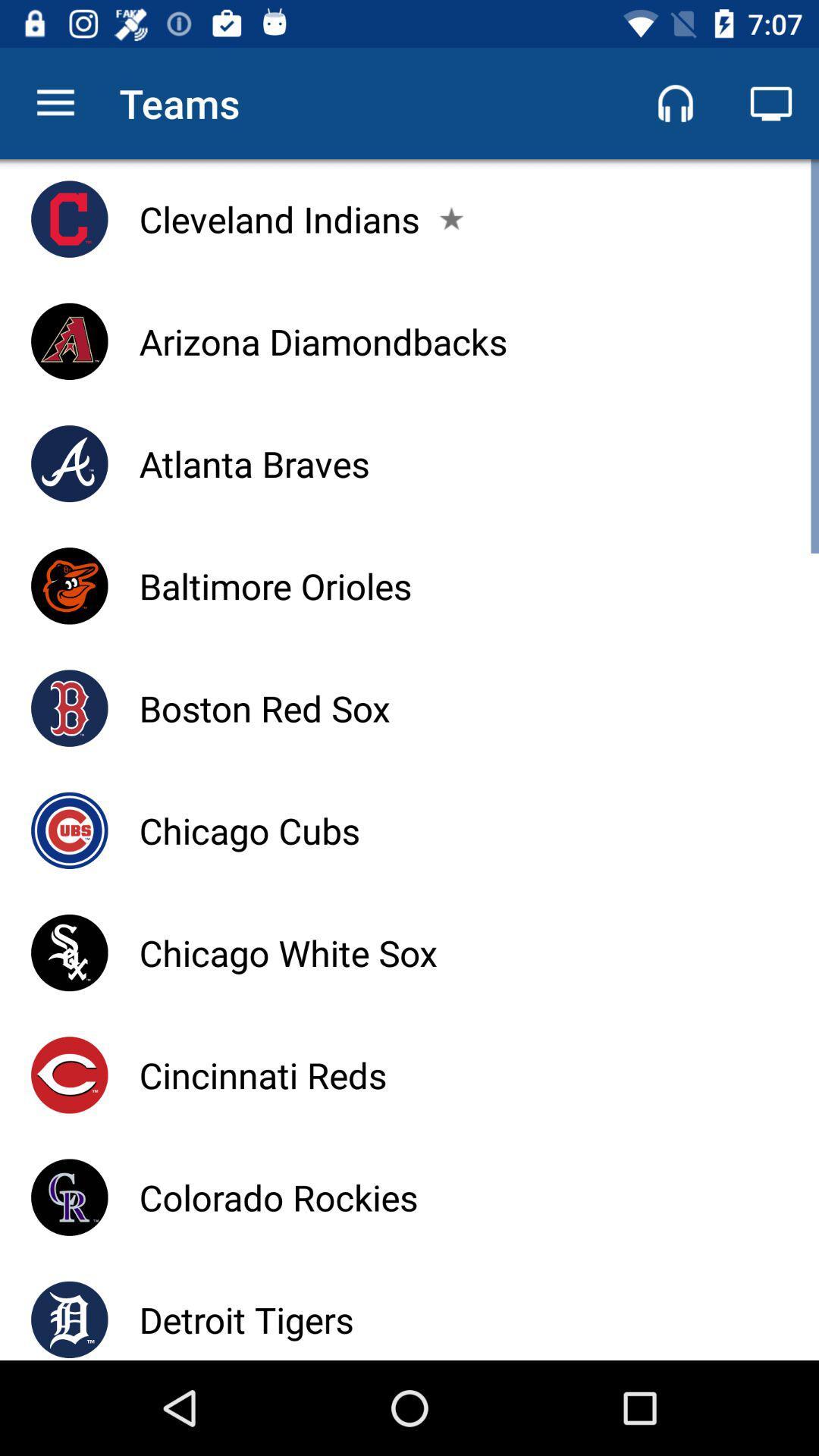  Describe the element at coordinates (249, 830) in the screenshot. I see `the icon below boston red sox item` at that location.